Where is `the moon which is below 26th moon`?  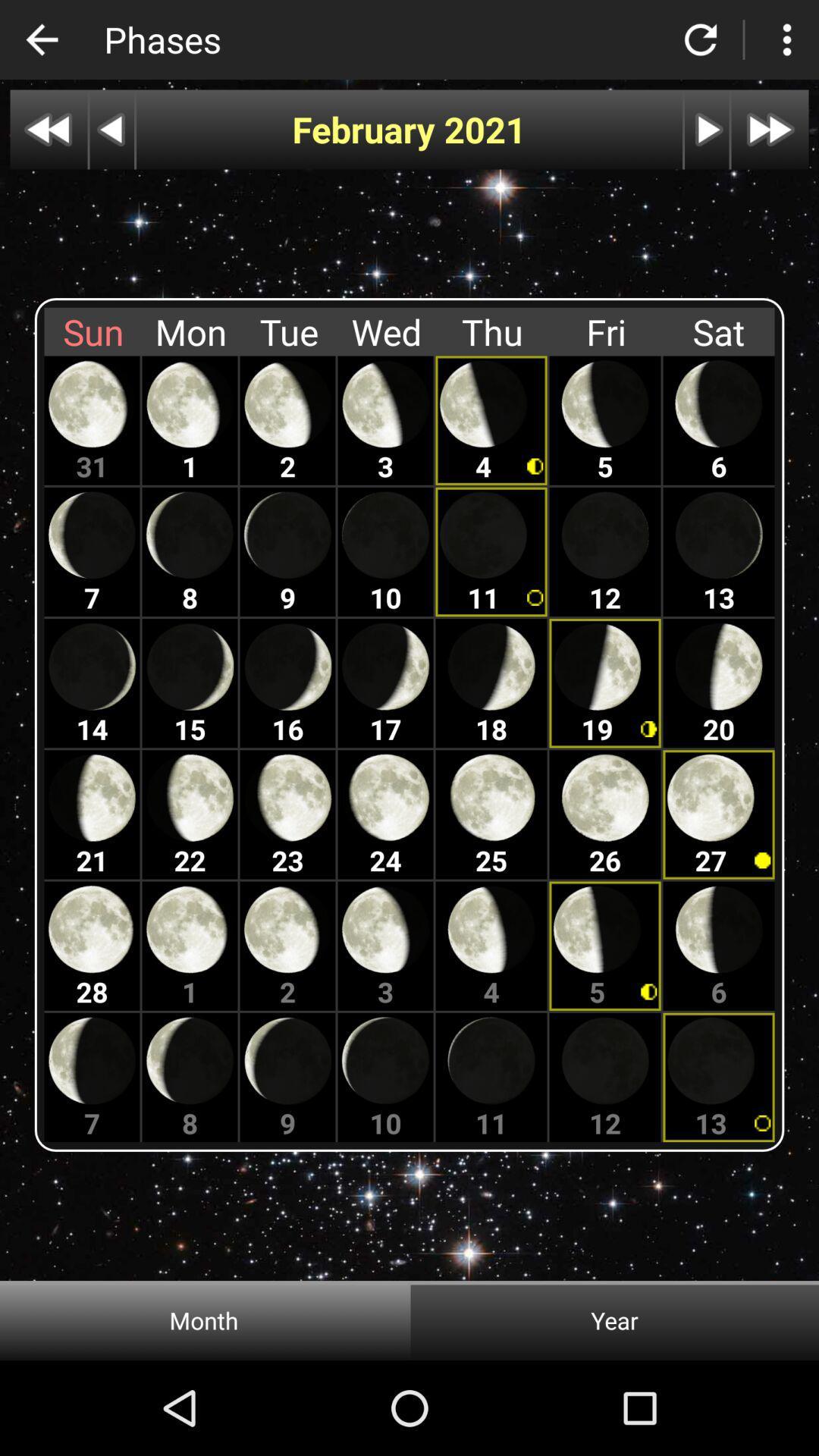
the moon which is below 26th moon is located at coordinates (604, 946).